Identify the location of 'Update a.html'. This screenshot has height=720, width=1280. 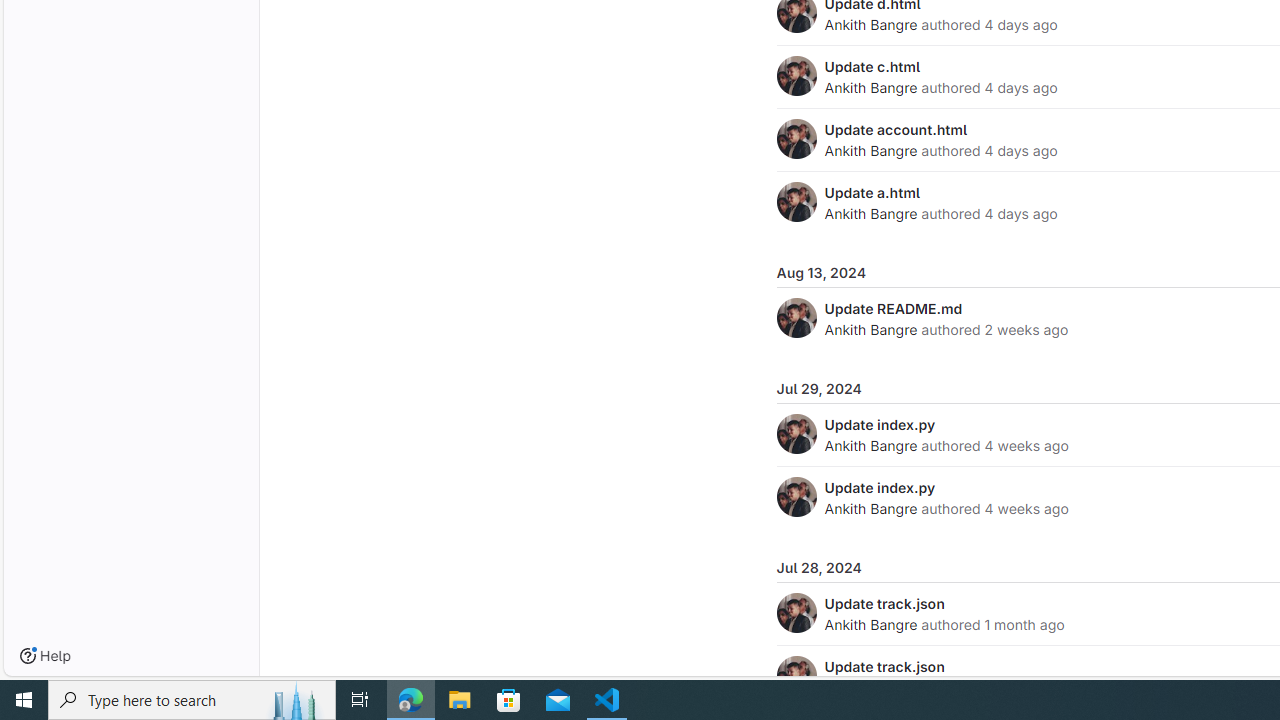
(872, 192).